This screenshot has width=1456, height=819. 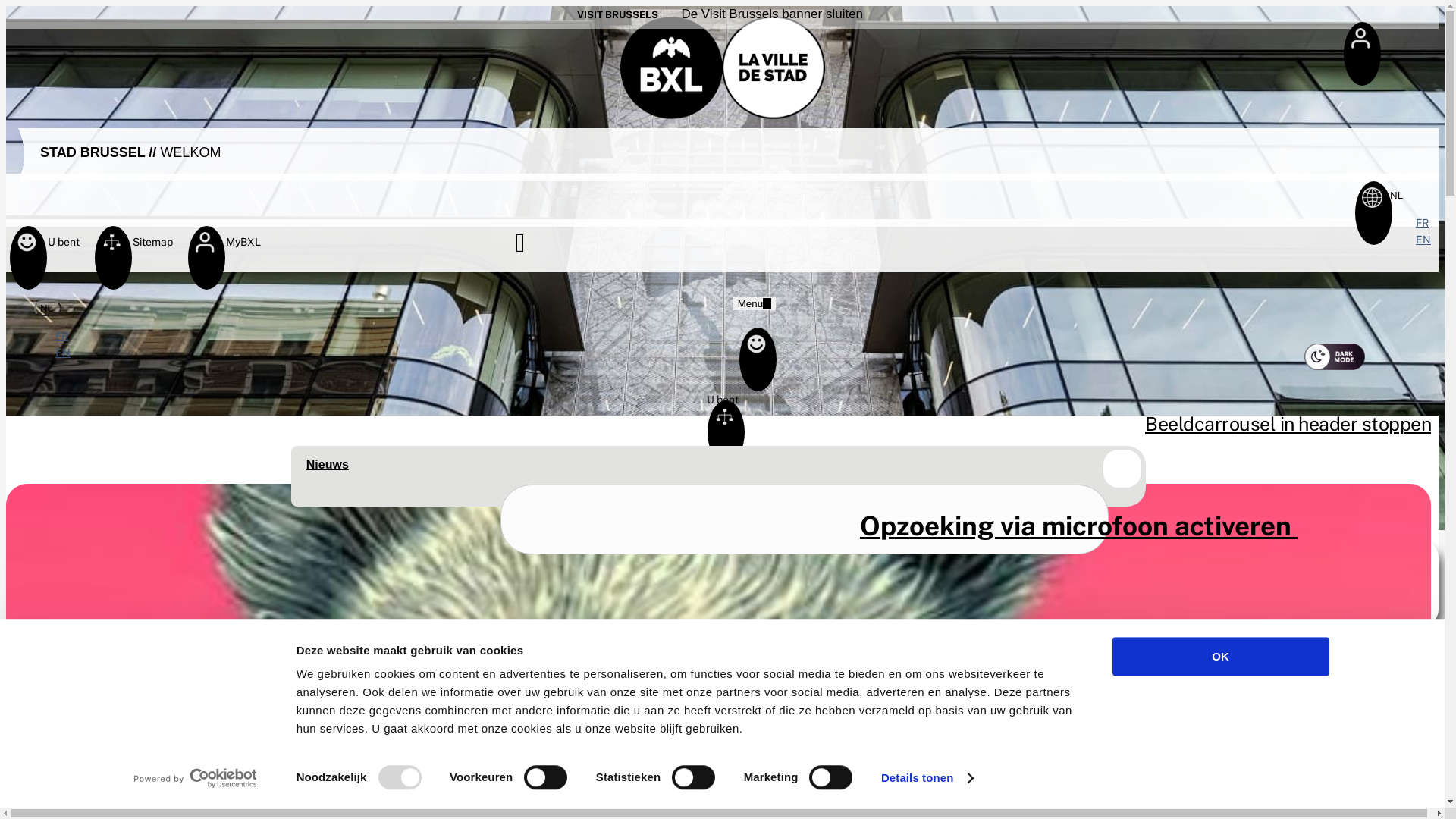 I want to click on 'OK', so click(x=1219, y=655).